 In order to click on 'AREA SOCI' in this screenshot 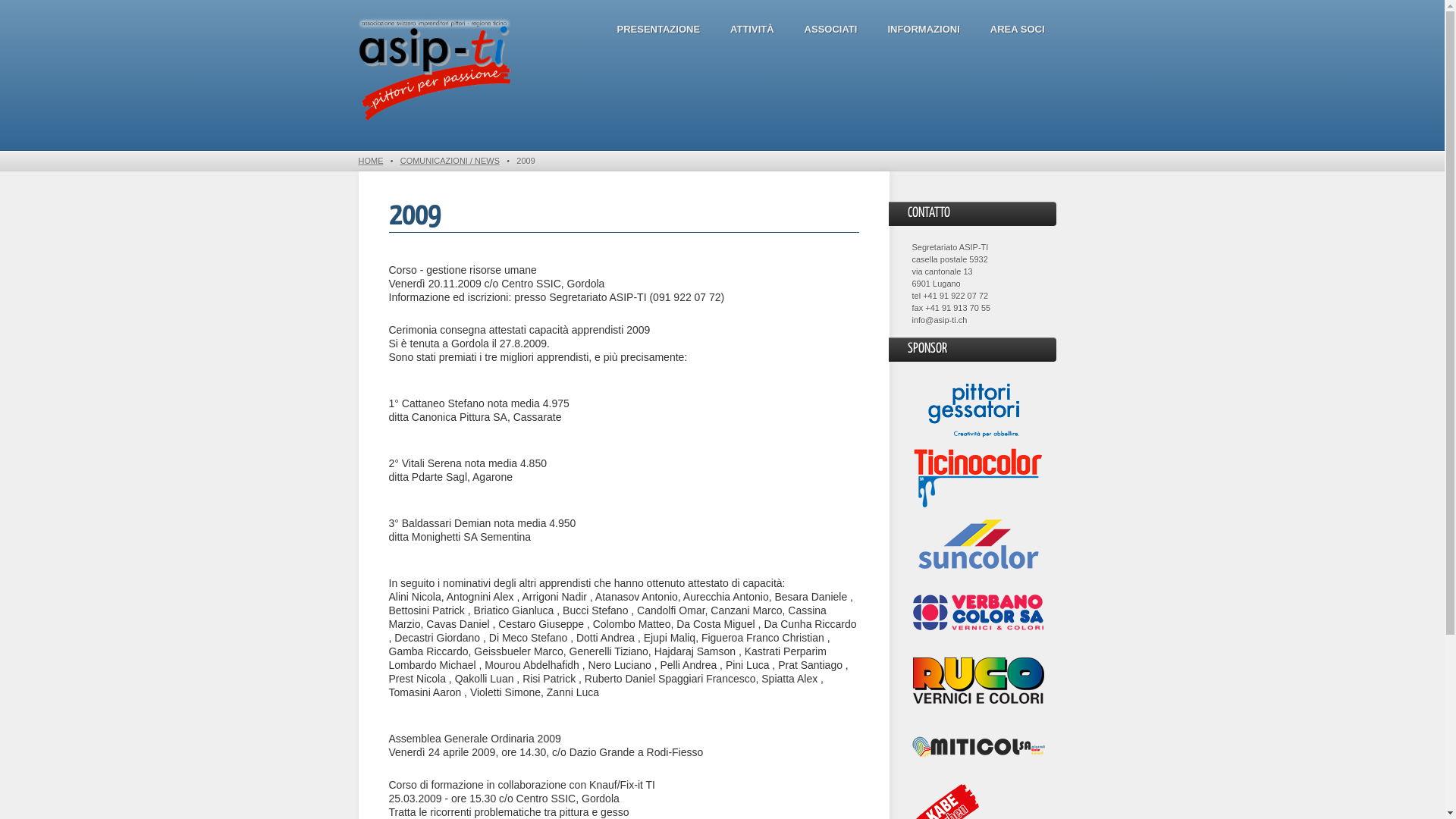, I will do `click(1018, 29)`.